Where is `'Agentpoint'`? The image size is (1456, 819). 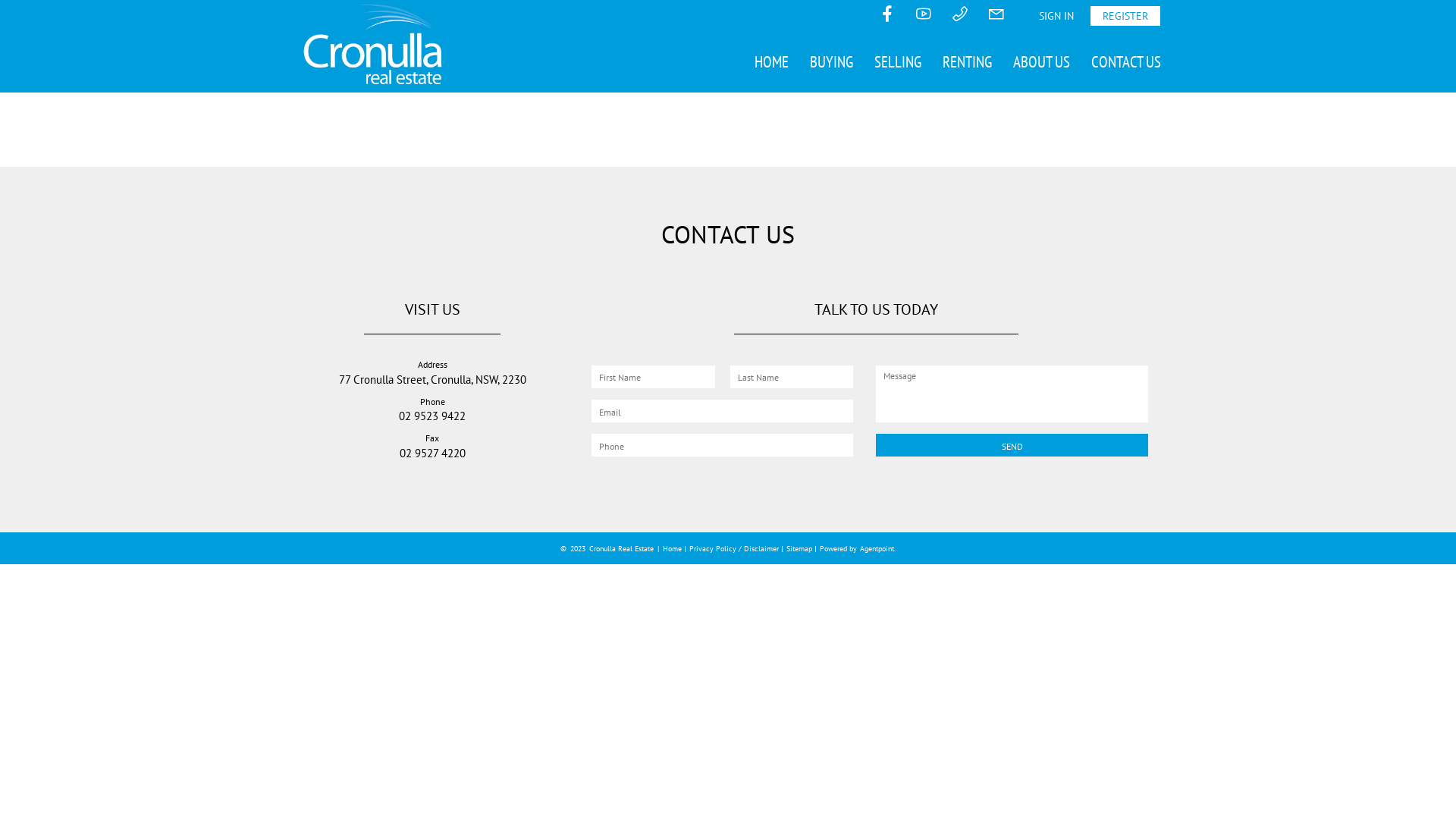 'Agentpoint' is located at coordinates (877, 549).